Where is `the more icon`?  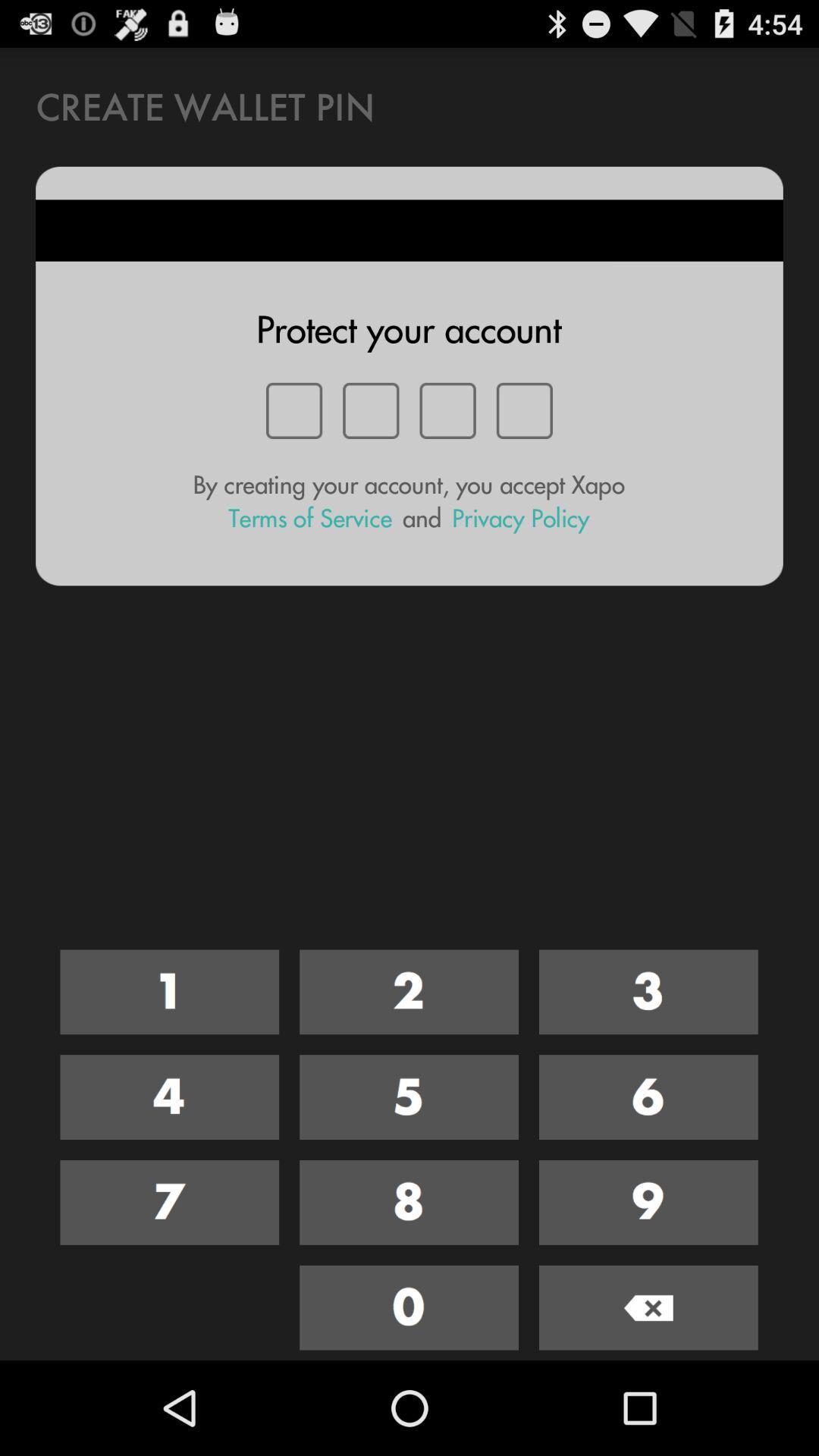
the more icon is located at coordinates (408, 1173).